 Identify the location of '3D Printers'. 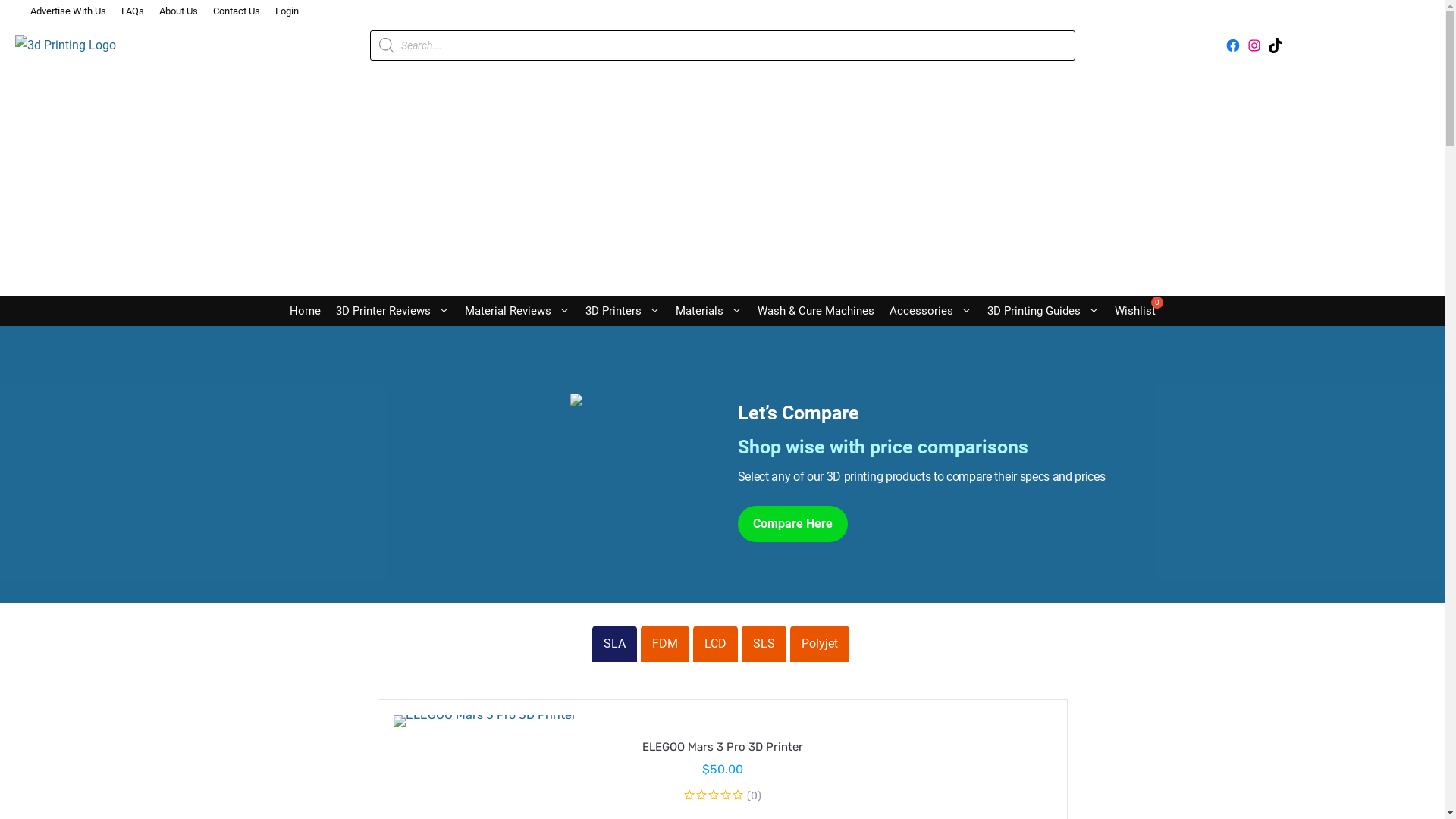
(623, 309).